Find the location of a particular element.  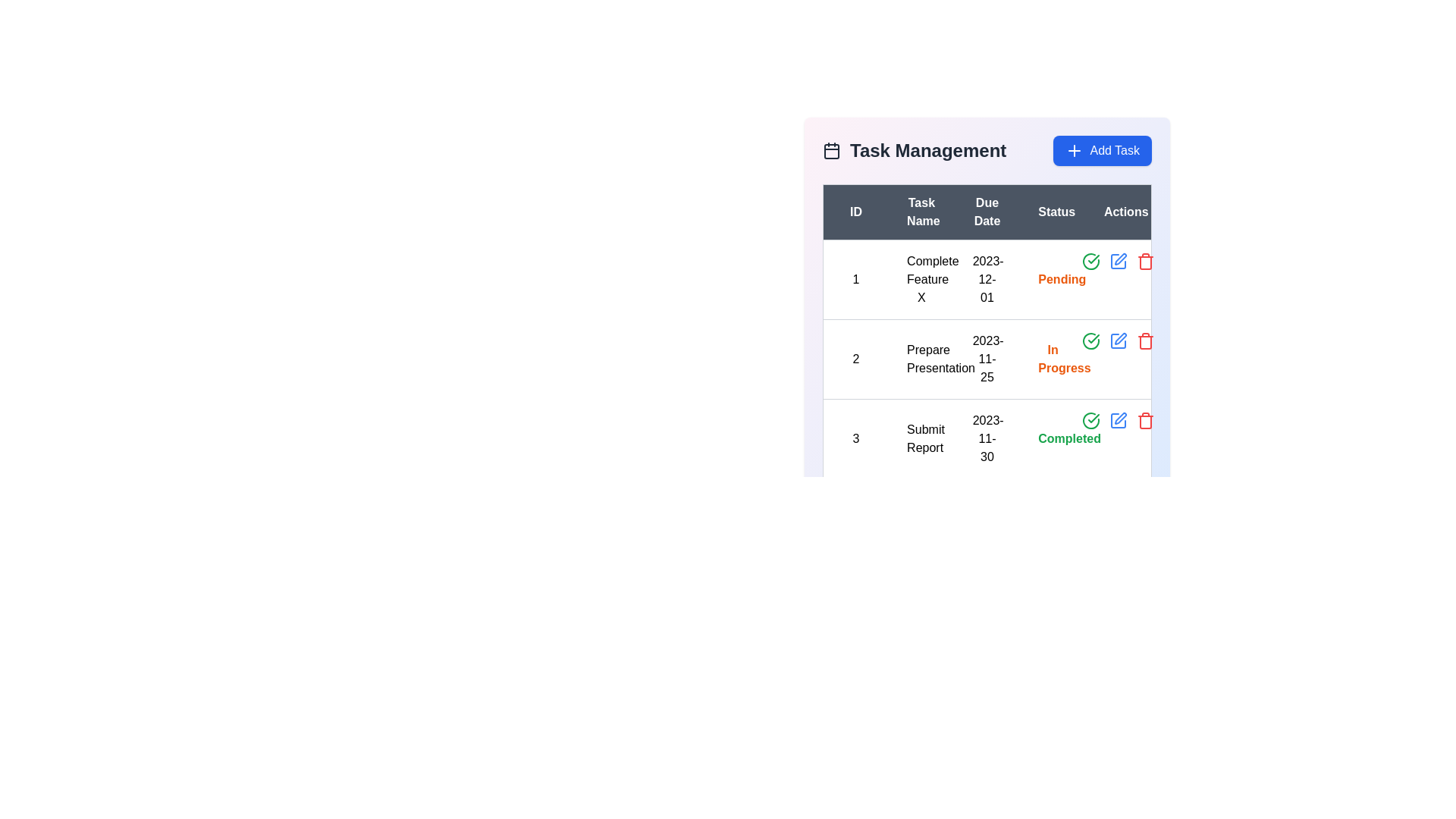

the static text element displaying '2' in the first column of the second row of the table, under the 'ID' header is located at coordinates (855, 359).